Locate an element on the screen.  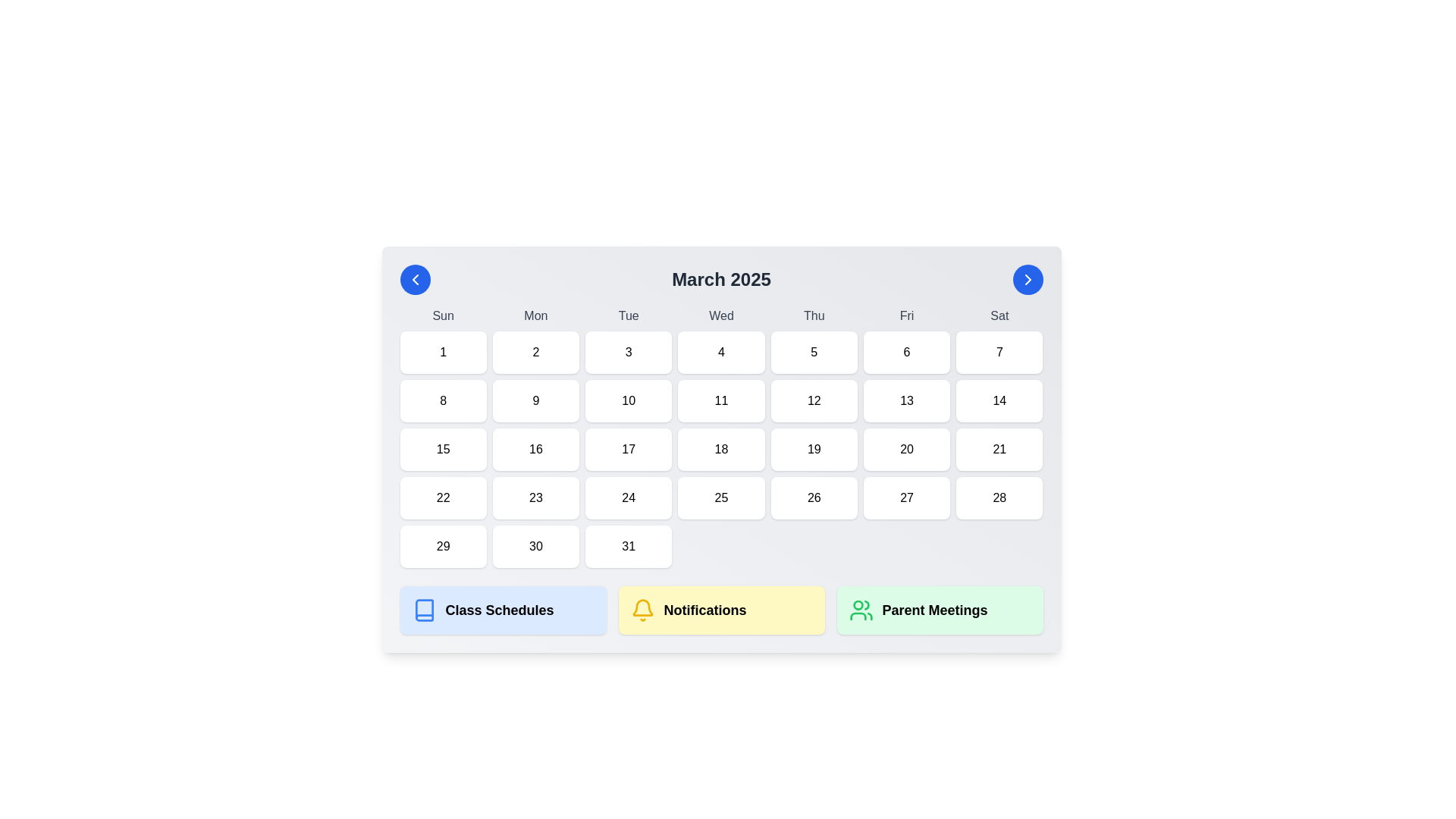
the Text Label indicating 'Thursday' in the calendar's representation of a week, located beneath the 'March 2025' header is located at coordinates (813, 315).